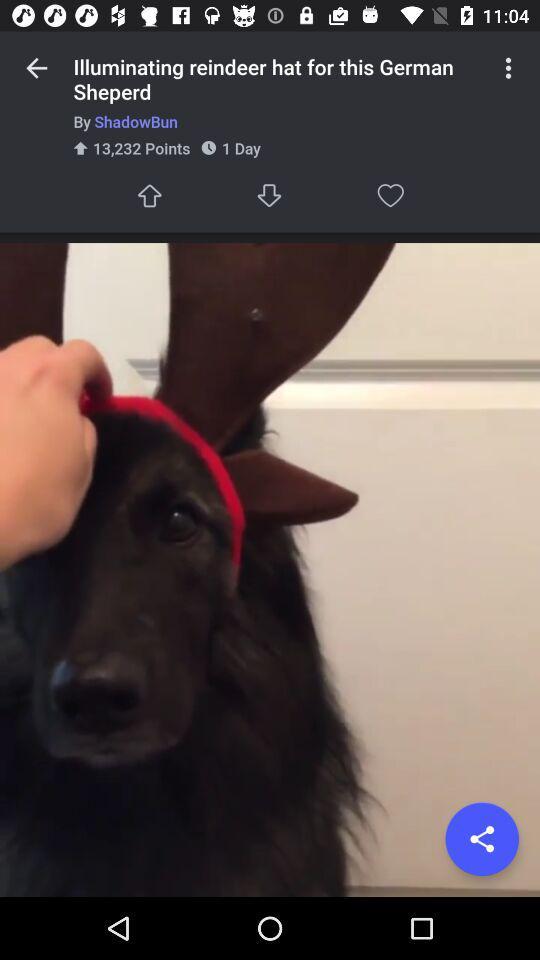 Image resolution: width=540 pixels, height=960 pixels. Describe the element at coordinates (270, 195) in the screenshot. I see `next` at that location.